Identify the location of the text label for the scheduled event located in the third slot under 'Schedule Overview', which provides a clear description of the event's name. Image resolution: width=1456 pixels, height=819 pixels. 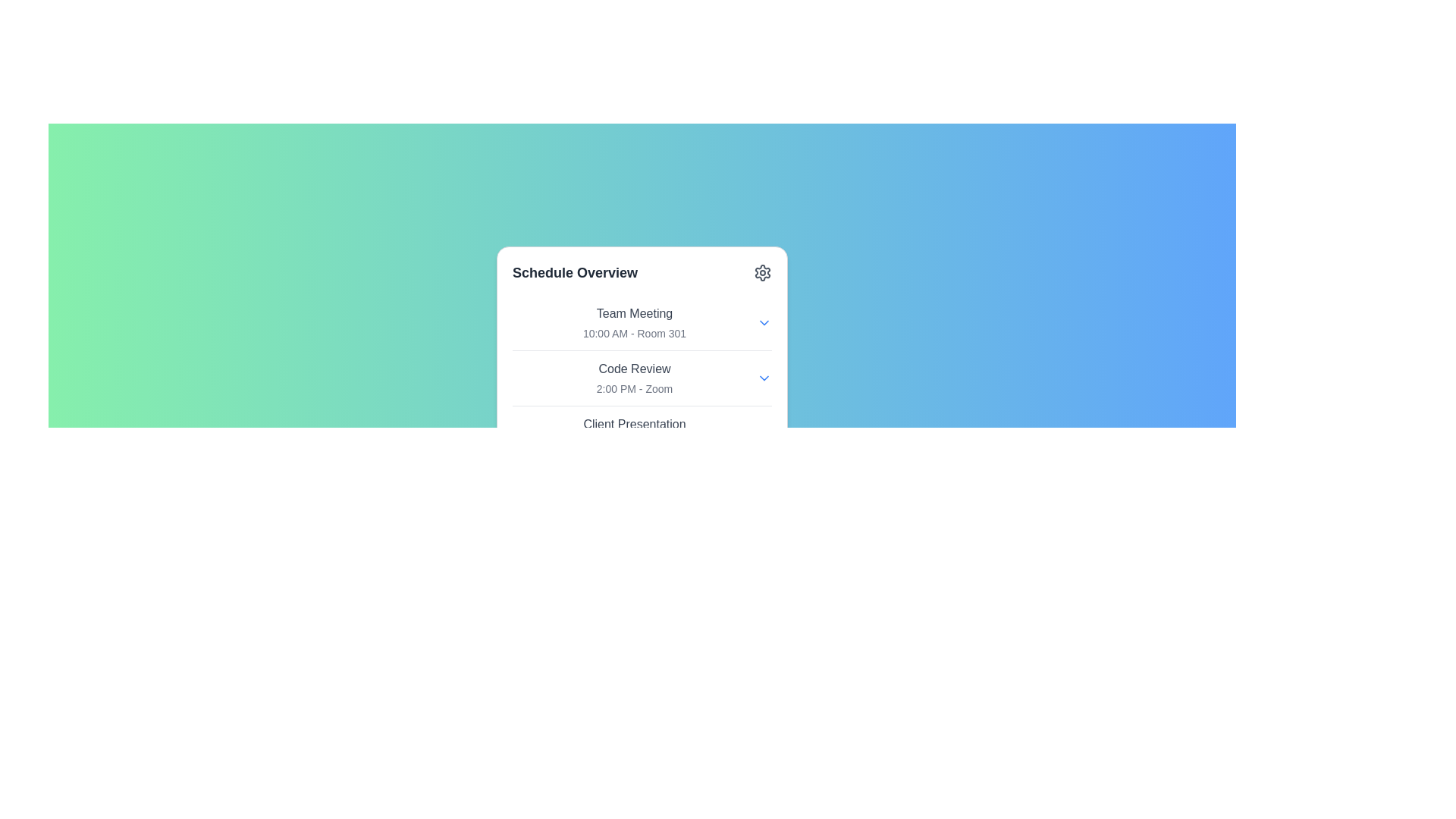
(634, 424).